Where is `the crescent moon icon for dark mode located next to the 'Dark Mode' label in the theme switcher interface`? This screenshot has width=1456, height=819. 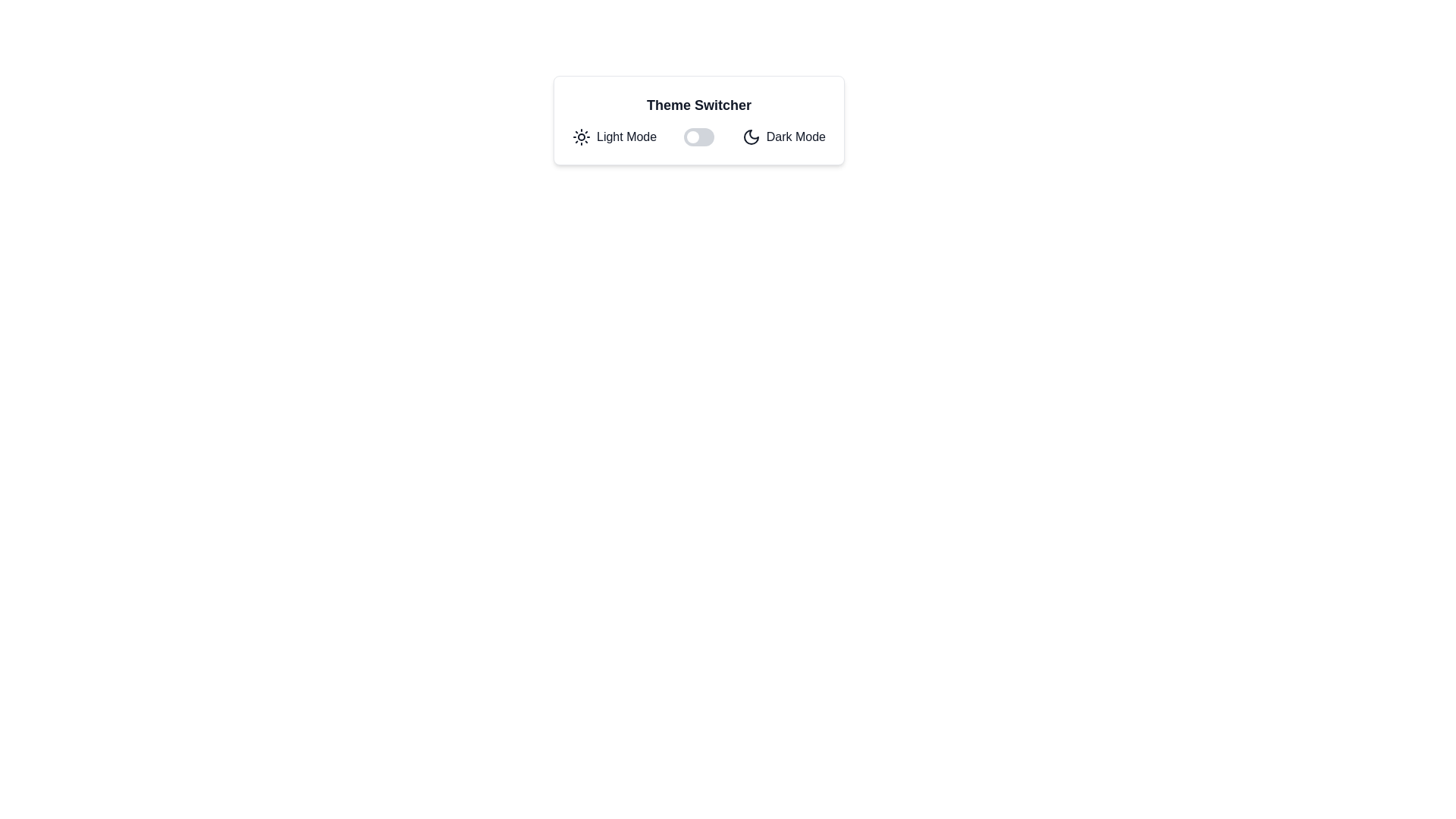
the crescent moon icon for dark mode located next to the 'Dark Mode' label in the theme switcher interface is located at coordinates (751, 137).